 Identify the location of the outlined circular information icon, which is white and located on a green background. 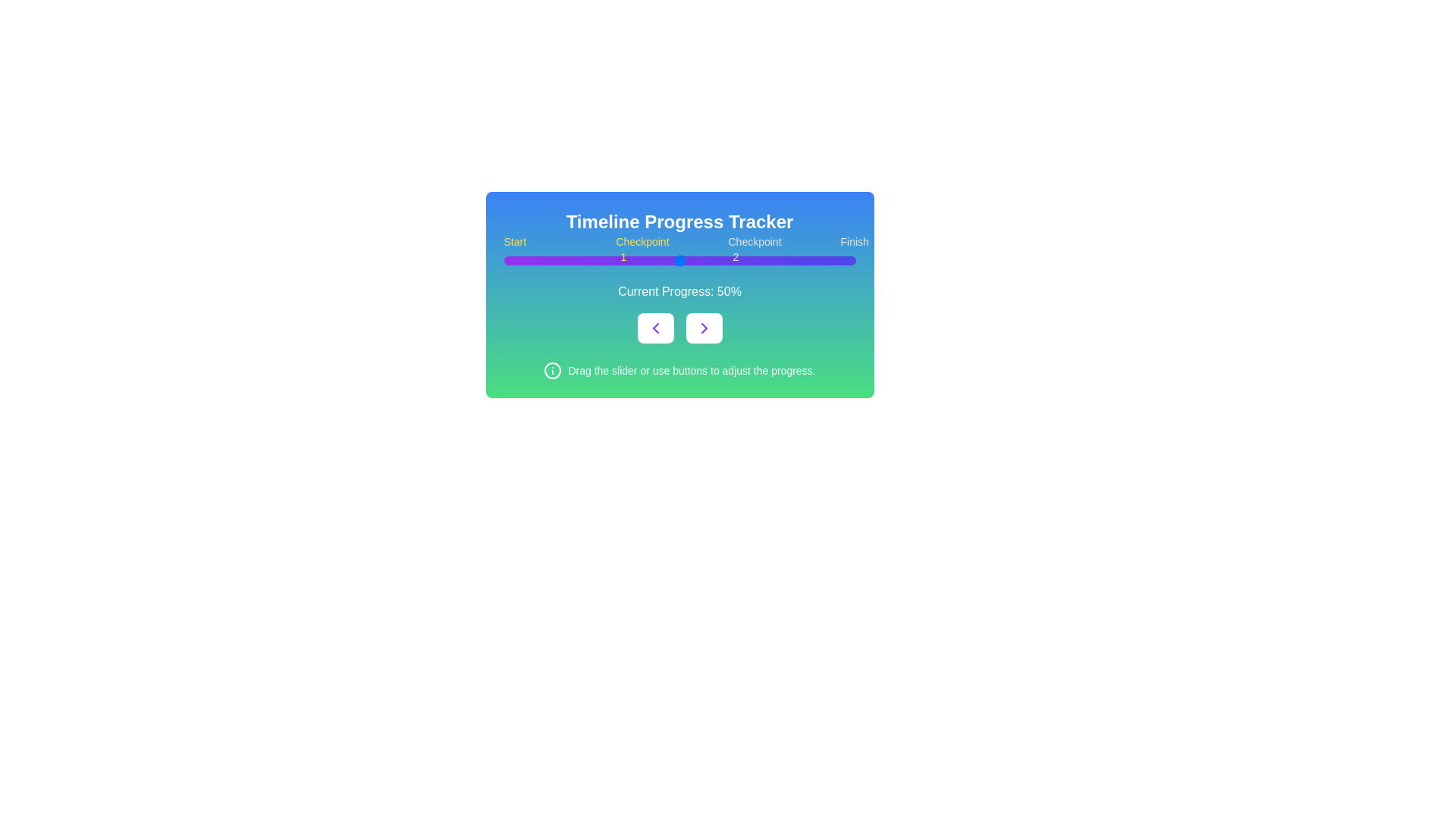
(552, 371).